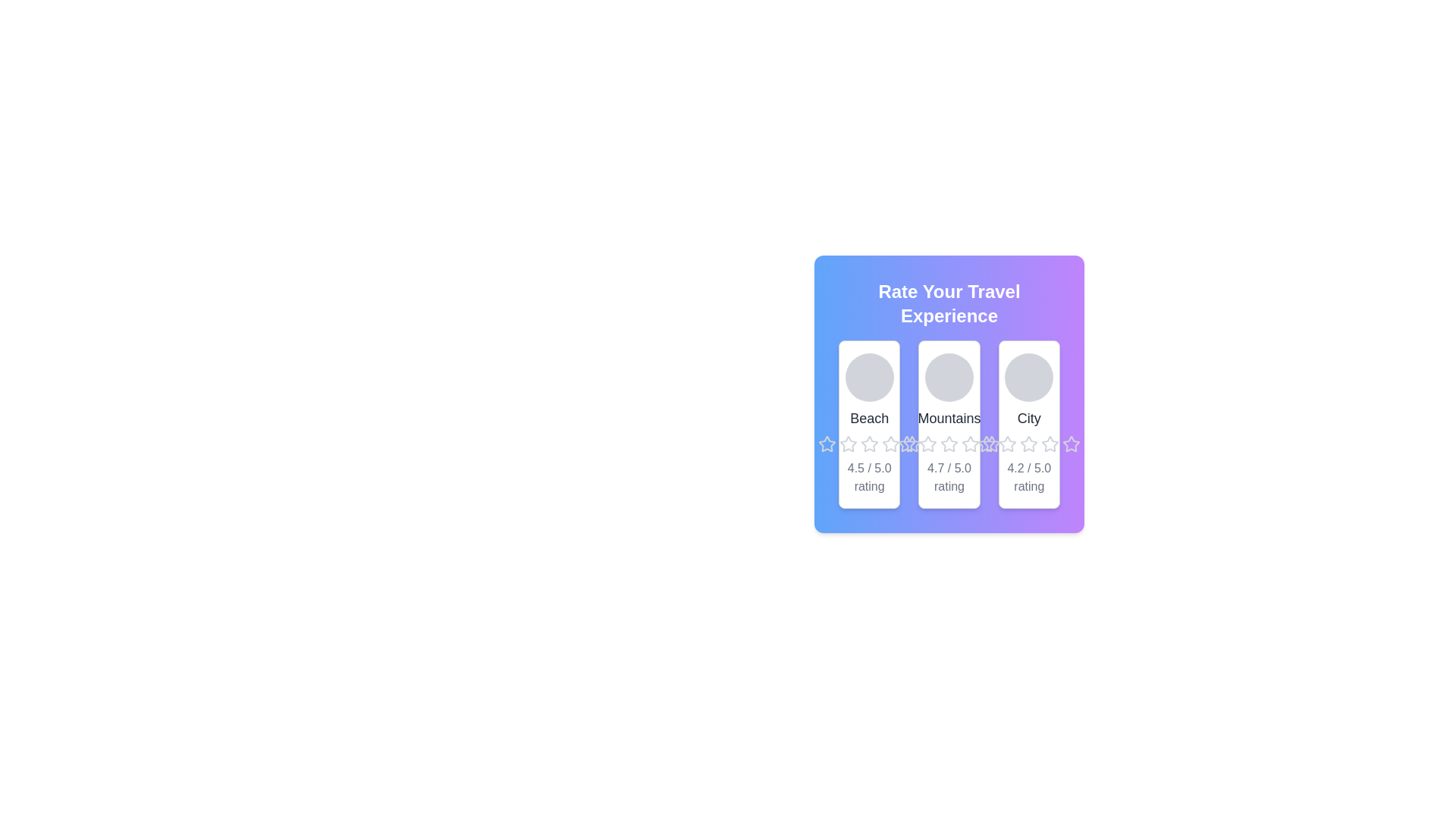  What do you see at coordinates (949, 444) in the screenshot?
I see `the fourth gray star icon in the row of star icons beneath the 'Mountains' card, indicating its inactive state` at bounding box center [949, 444].